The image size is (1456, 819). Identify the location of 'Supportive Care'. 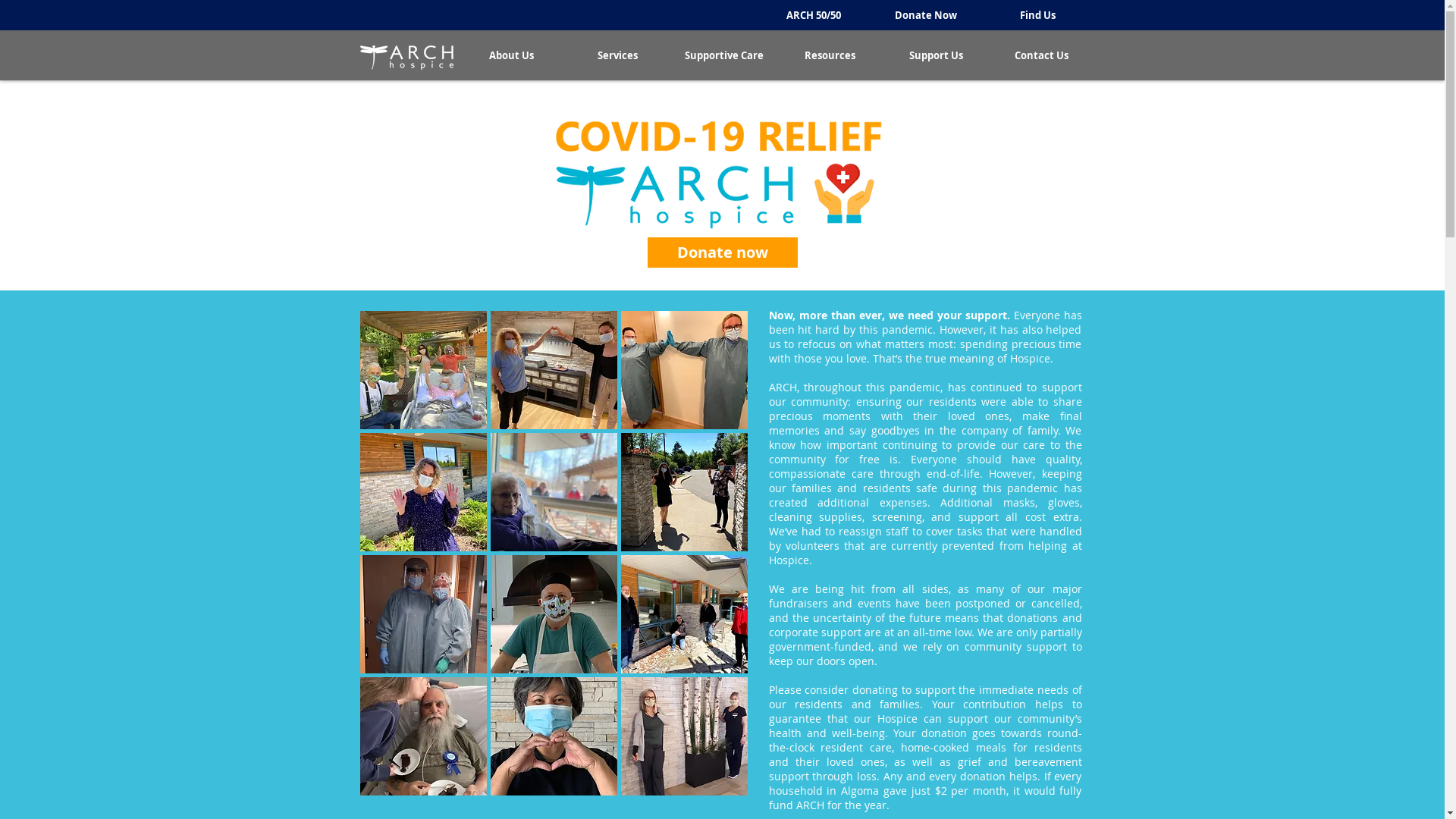
(669, 55).